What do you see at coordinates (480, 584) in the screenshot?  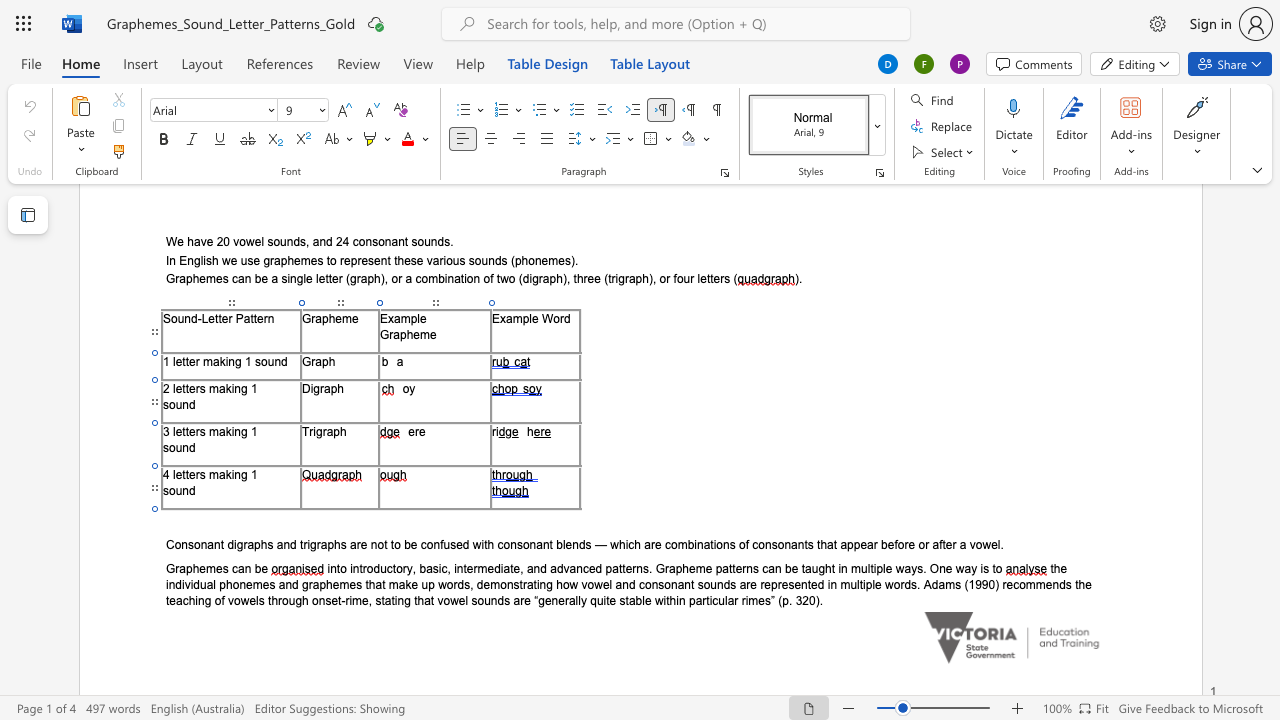 I see `the 1th character "d" in the text` at bounding box center [480, 584].